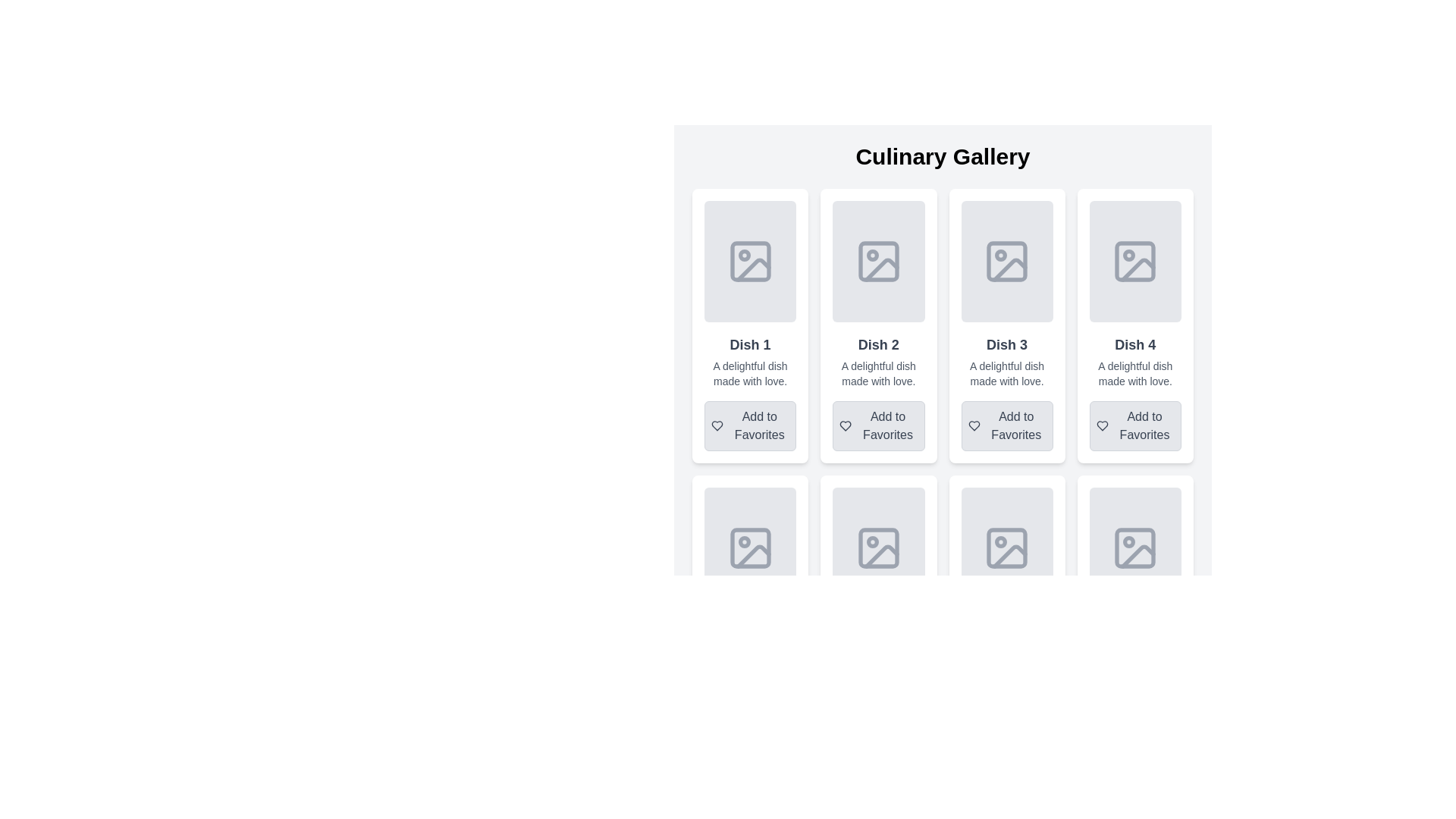  I want to click on the top-left SVG rectangle of the image placeholder icon within the fifth card of the second row in the Culinary Gallery grid, so click(878, 548).